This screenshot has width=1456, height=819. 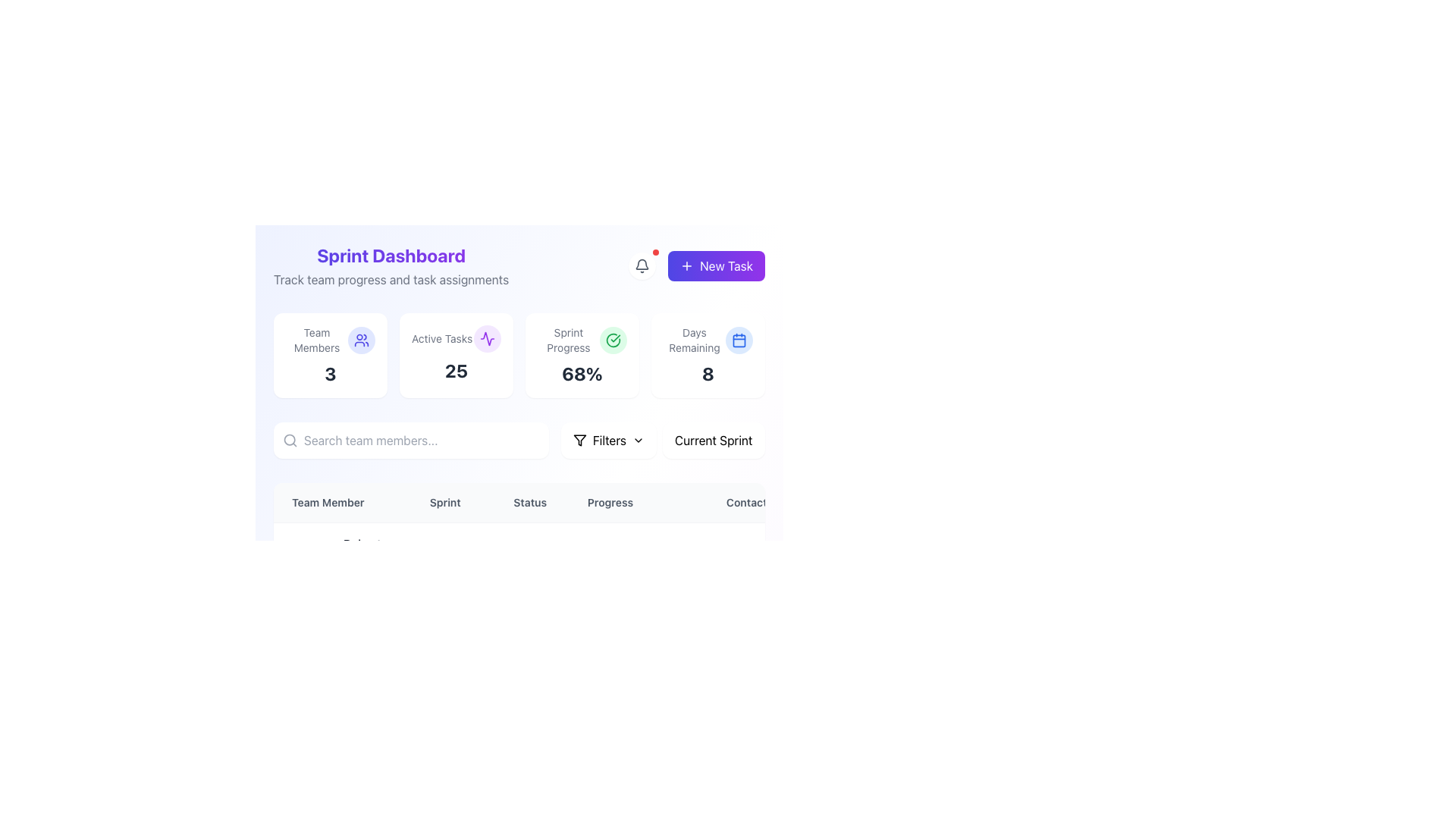 I want to click on the 'Filters' button, which has a white background, rounded corners, and features a funnel icon with a downward chevron, located above the table listing and preceding the 'Current Sprint' dropdown, so click(x=608, y=441).